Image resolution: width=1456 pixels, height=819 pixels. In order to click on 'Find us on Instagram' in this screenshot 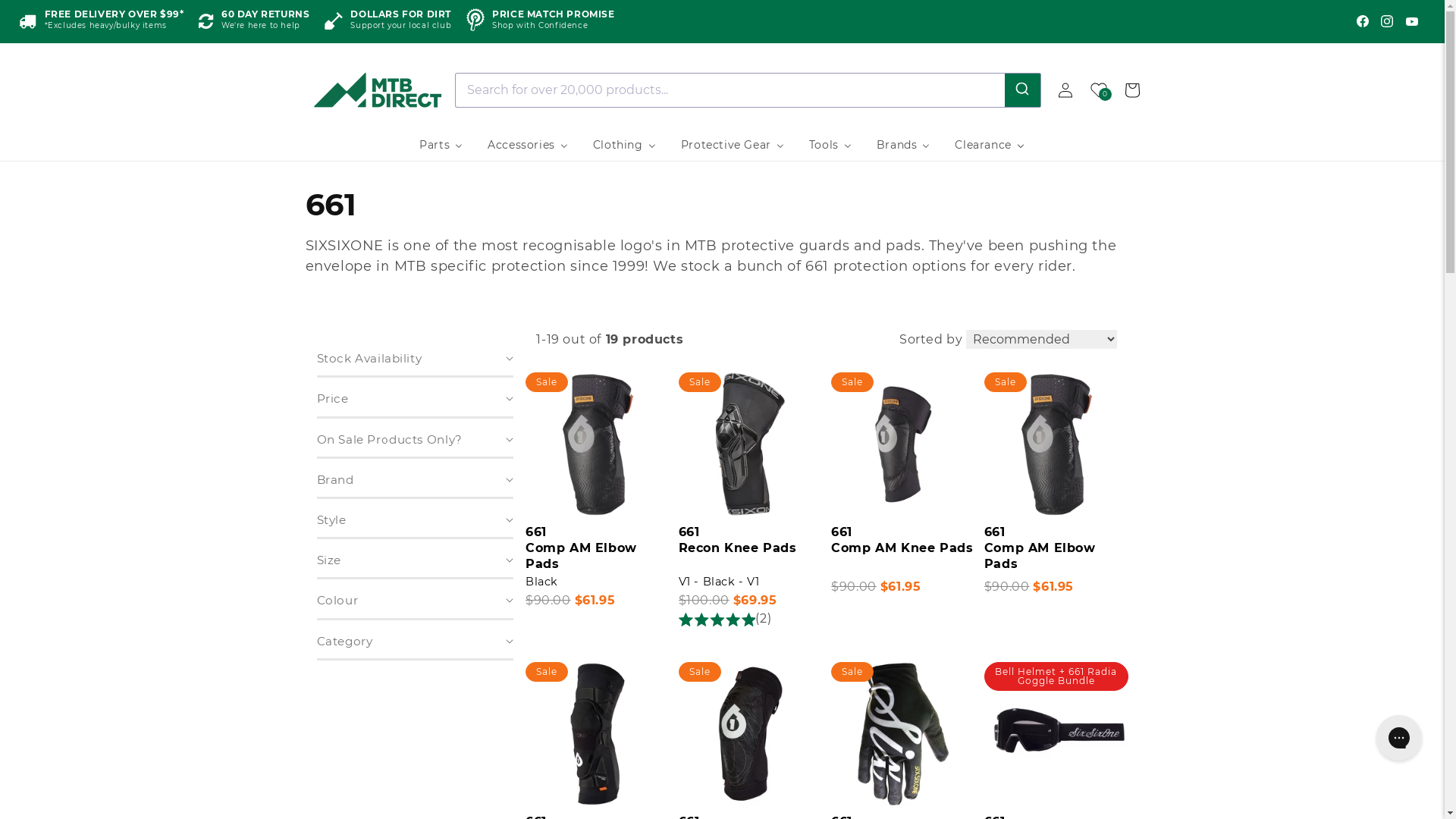, I will do `click(1376, 20)`.